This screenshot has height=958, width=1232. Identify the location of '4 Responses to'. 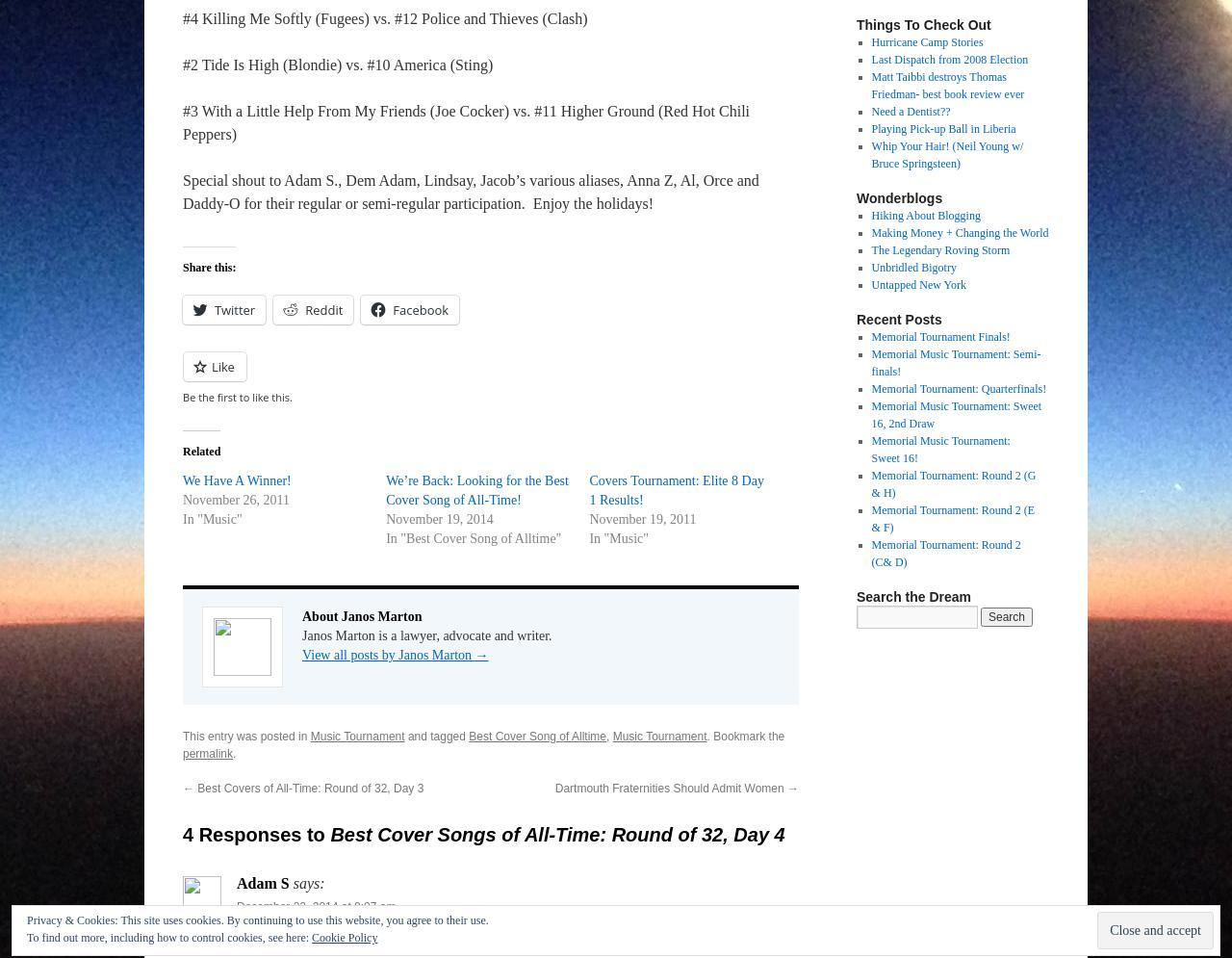
(255, 835).